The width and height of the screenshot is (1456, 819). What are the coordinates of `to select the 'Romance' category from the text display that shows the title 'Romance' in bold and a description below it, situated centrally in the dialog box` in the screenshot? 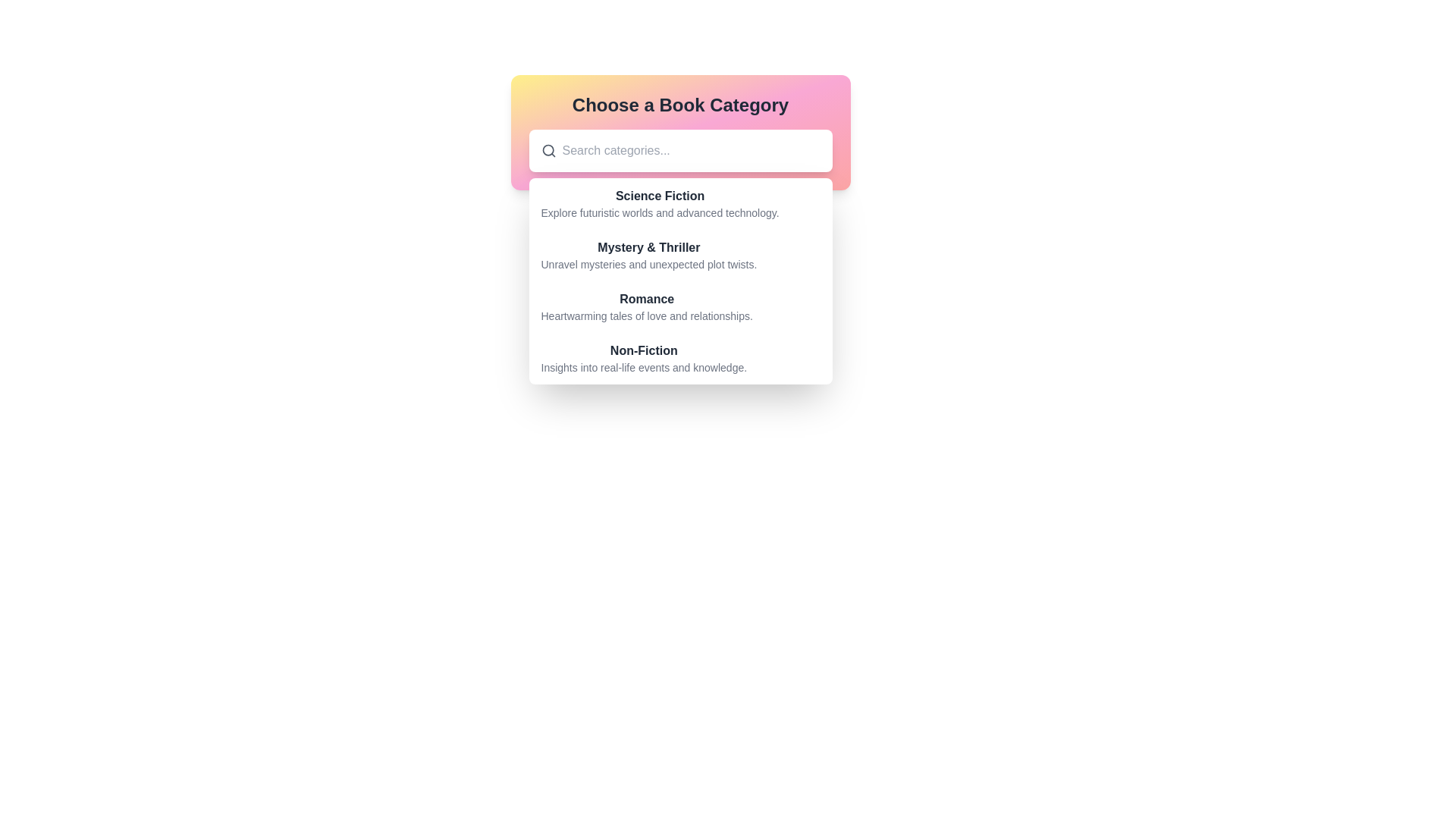 It's located at (679, 307).